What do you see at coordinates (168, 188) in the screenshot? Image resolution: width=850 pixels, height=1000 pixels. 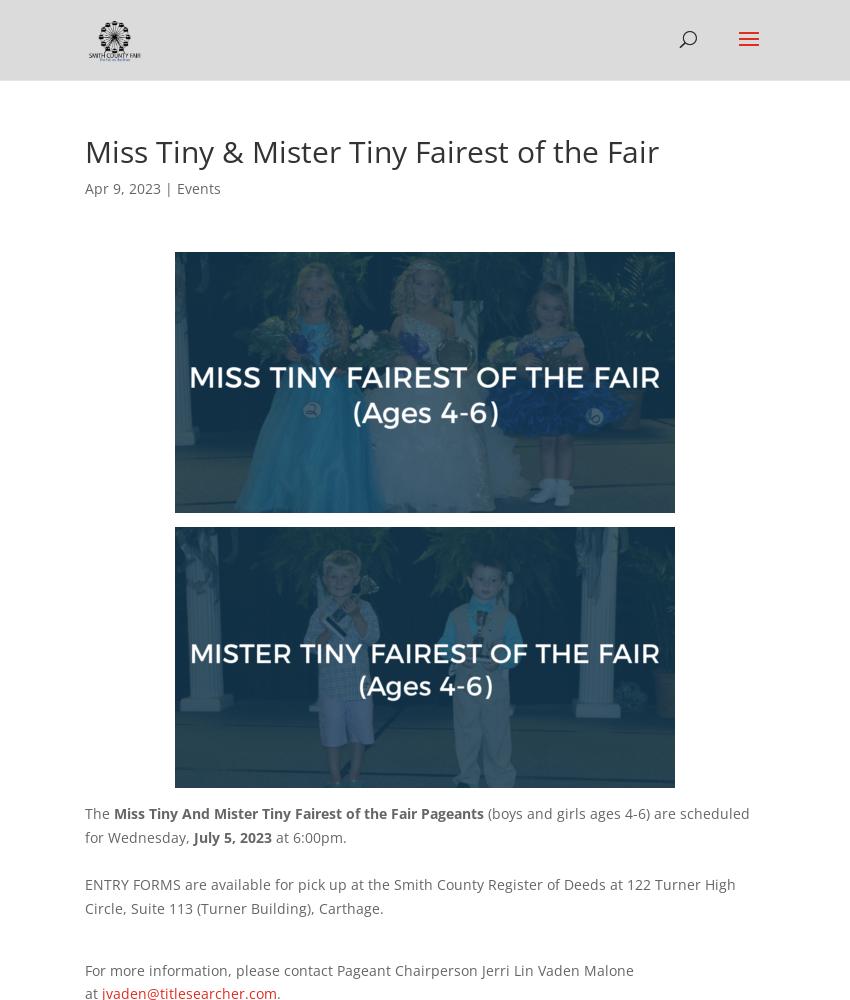 I see `'|'` at bounding box center [168, 188].